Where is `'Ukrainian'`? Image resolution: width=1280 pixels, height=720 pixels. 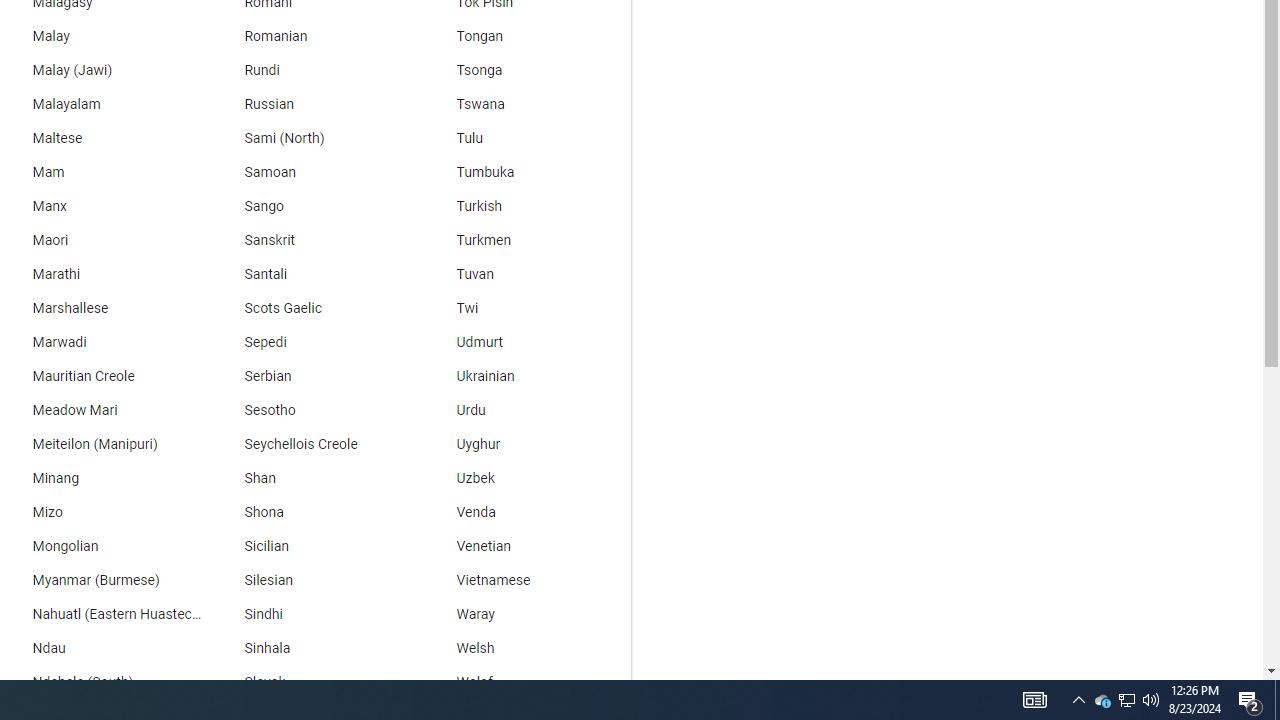 'Ukrainian' is located at coordinates (525, 376).